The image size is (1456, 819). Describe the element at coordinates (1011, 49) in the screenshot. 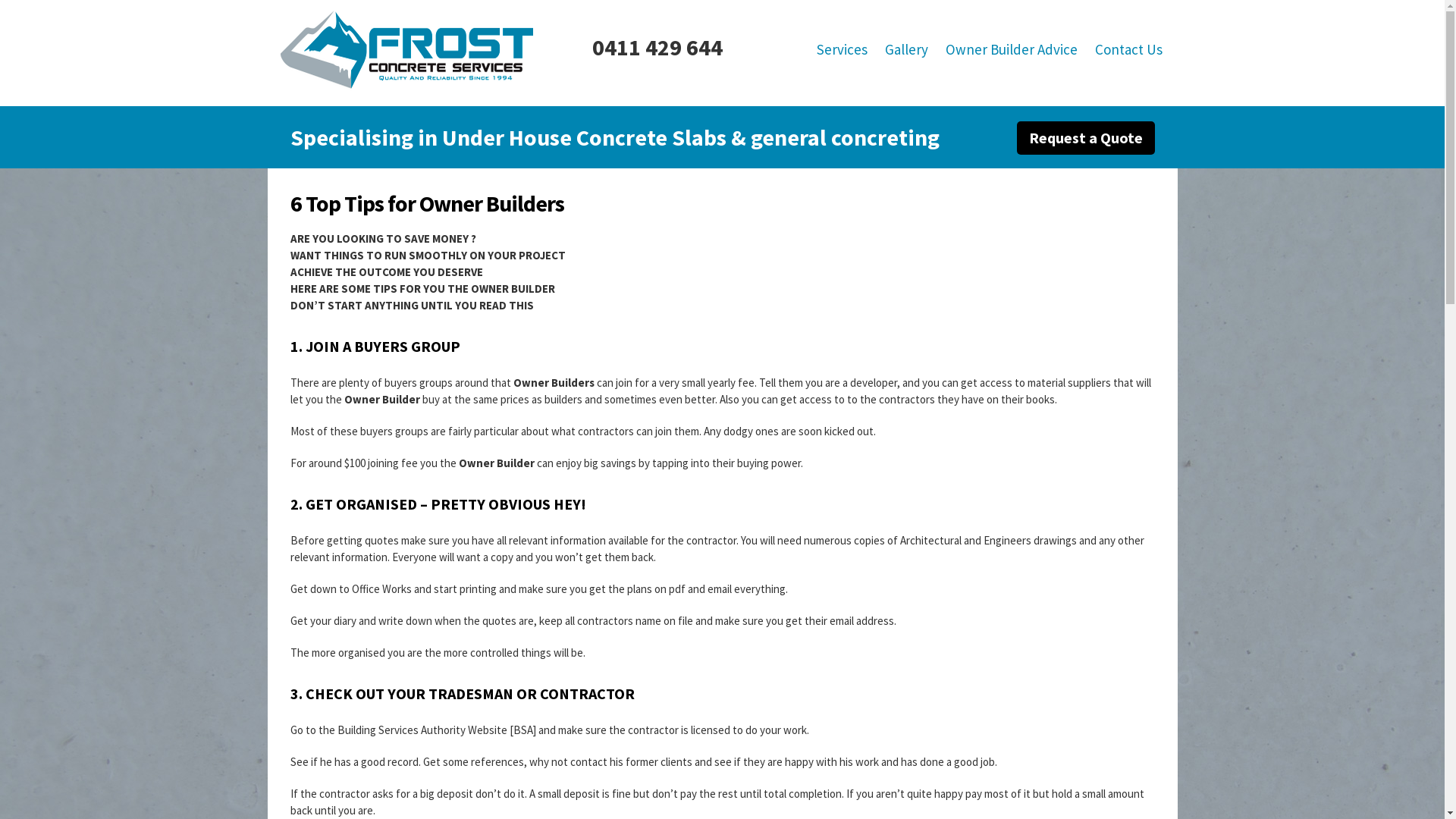

I see `'Owner Builder Advice'` at that location.